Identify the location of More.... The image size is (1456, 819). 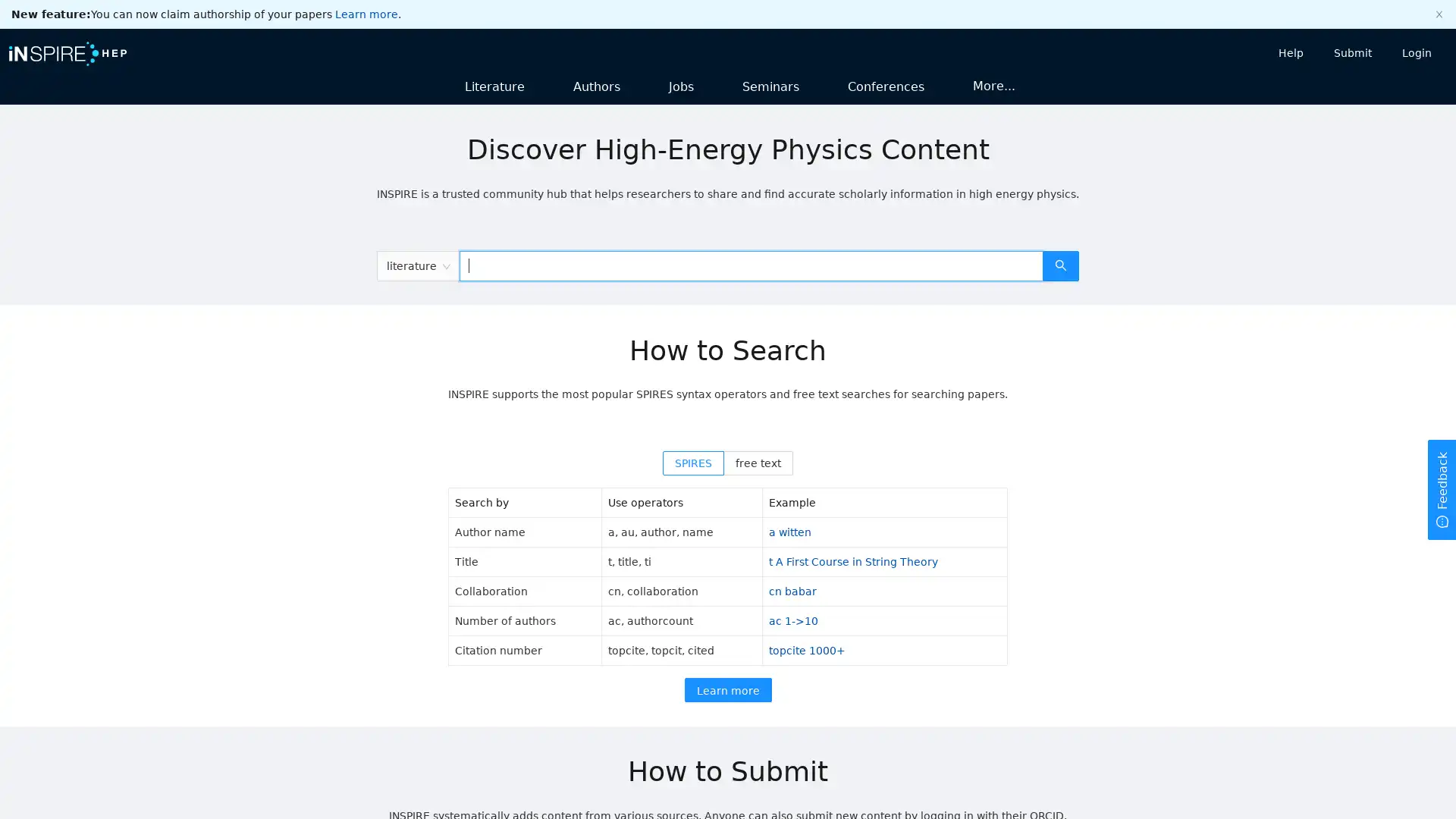
(993, 85).